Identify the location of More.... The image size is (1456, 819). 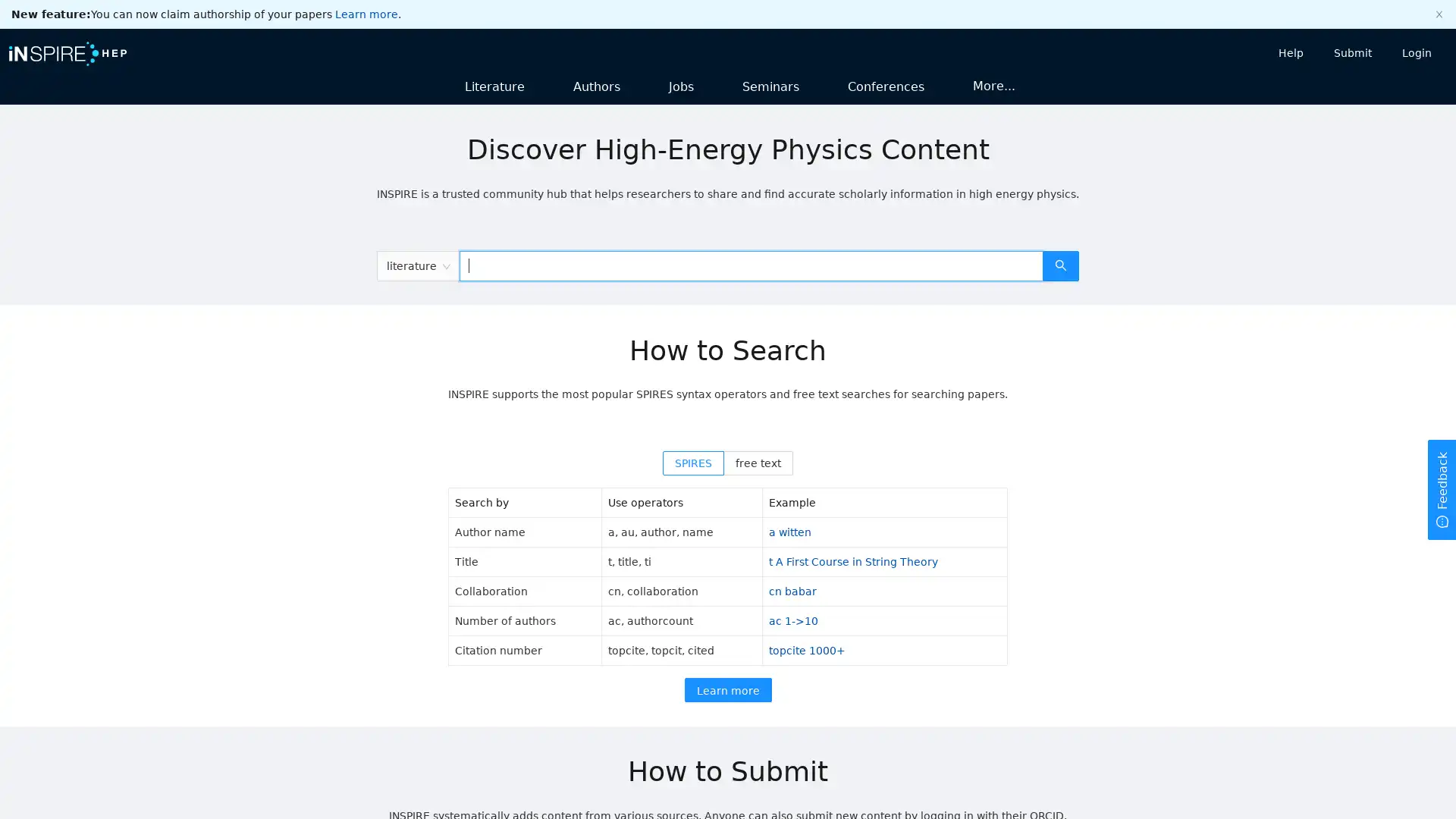
(993, 85).